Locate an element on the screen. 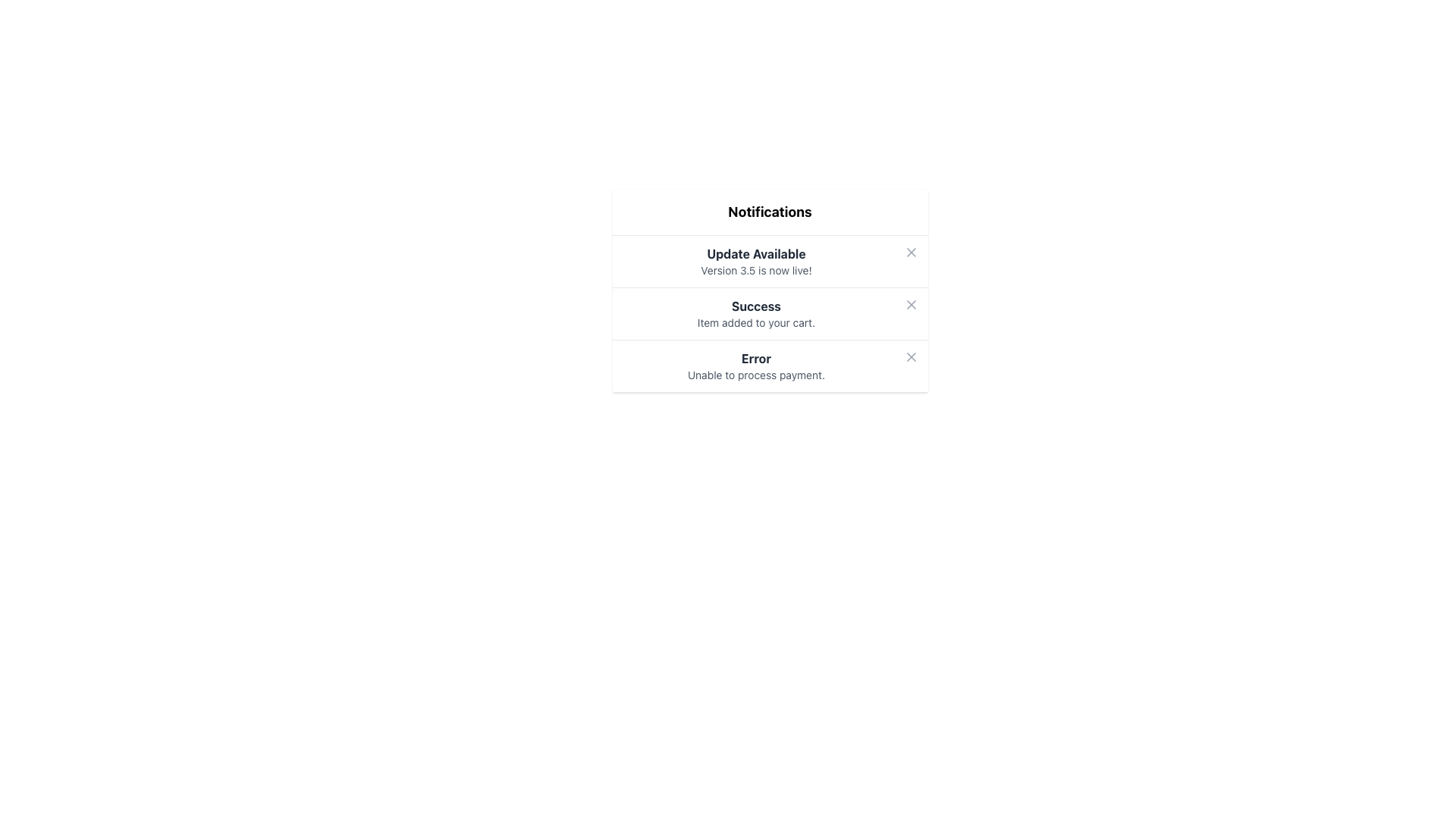  the text label stating 'Version 3.5 is now live!', which is styled in light gray and positioned beneath 'Update Available' is located at coordinates (756, 270).